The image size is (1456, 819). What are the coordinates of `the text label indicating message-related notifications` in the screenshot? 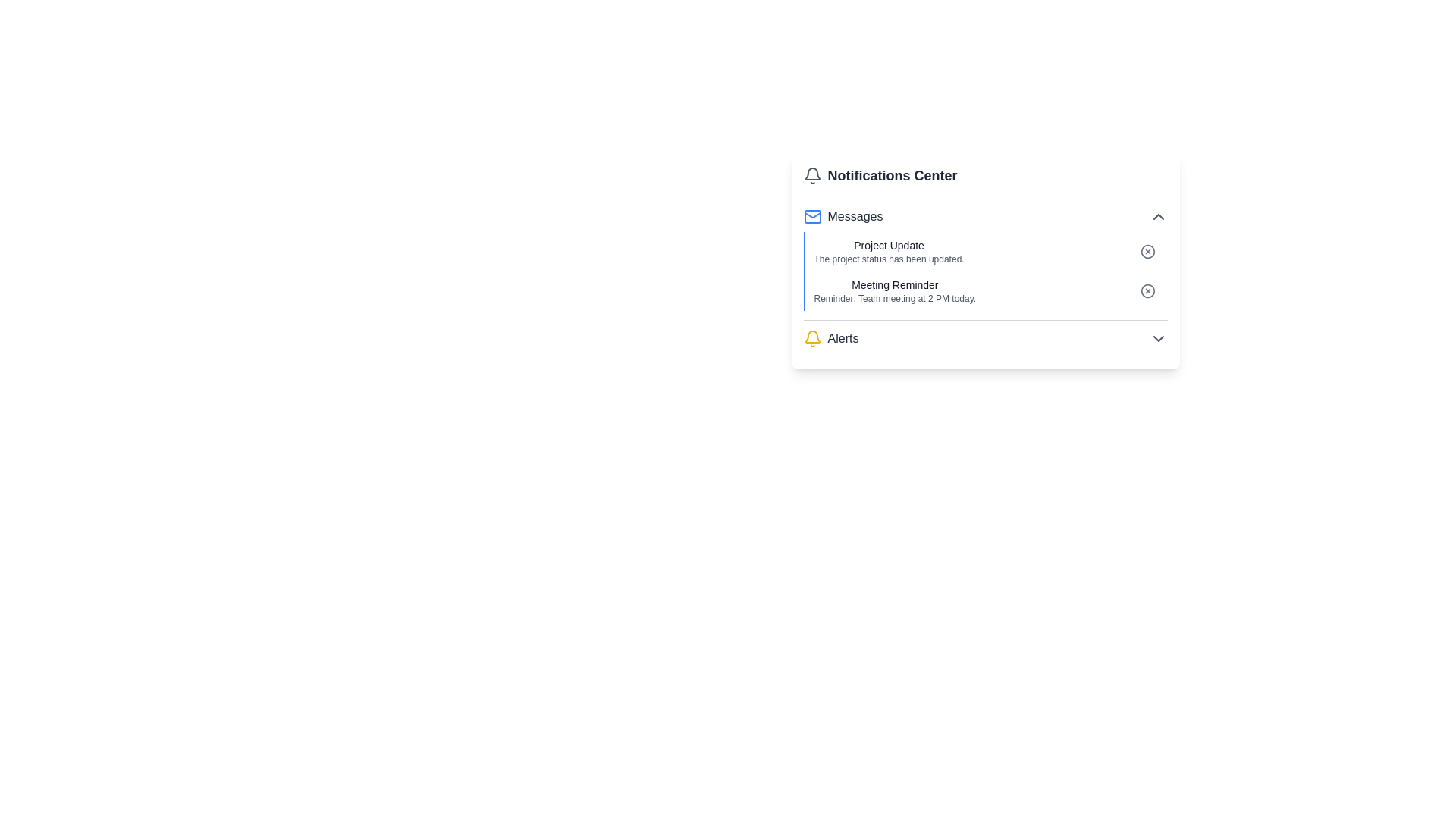 It's located at (855, 216).